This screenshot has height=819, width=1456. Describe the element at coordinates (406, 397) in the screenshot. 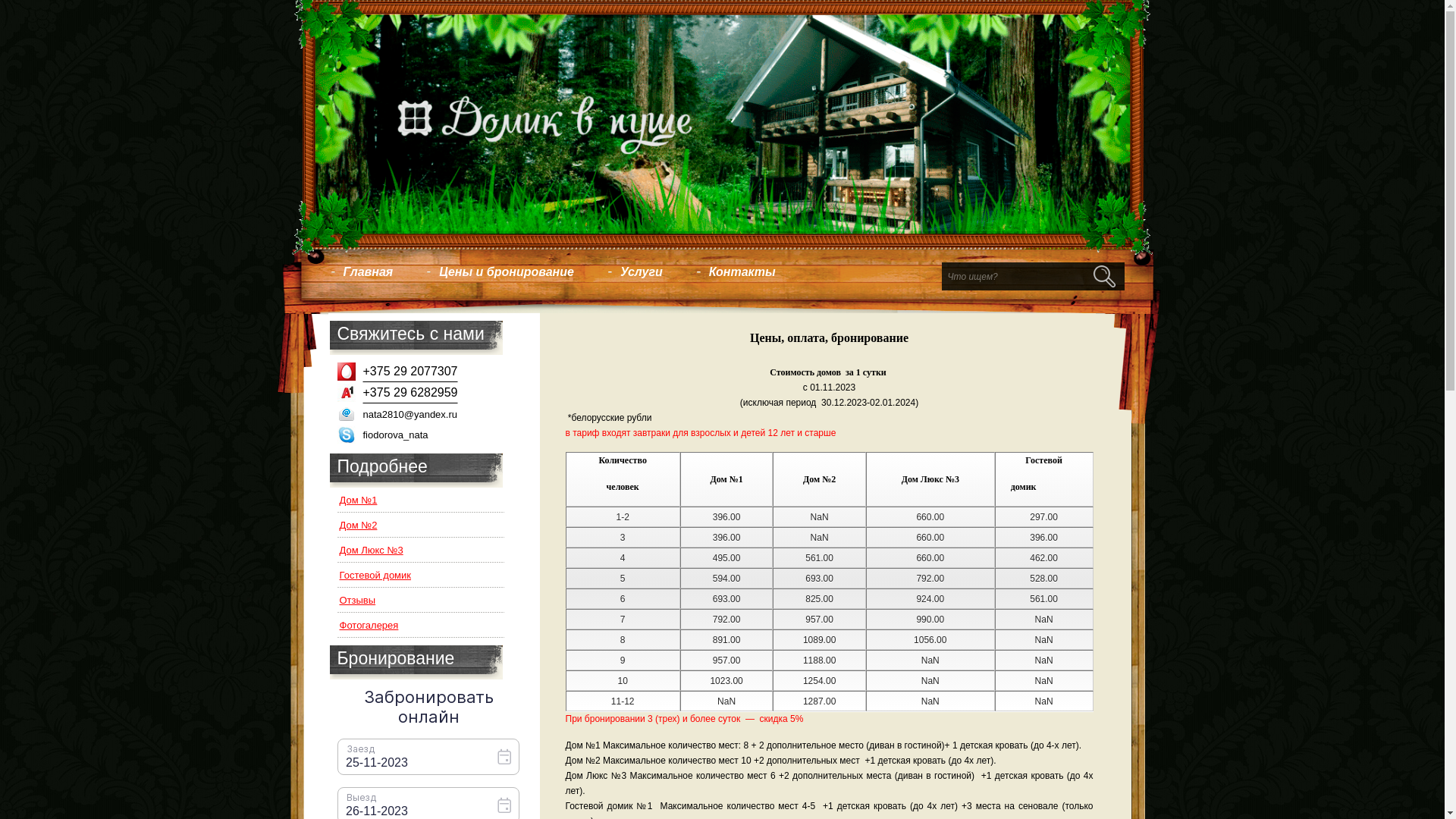

I see `'+375 29 6282959'` at that location.